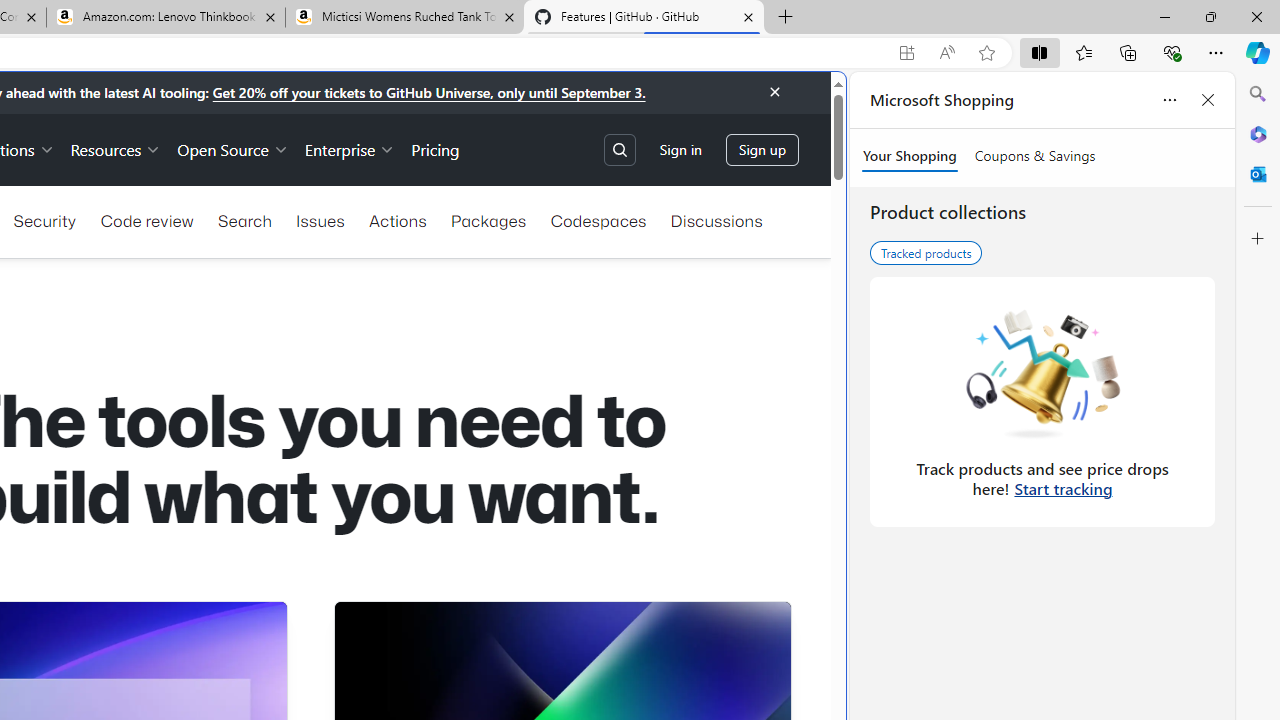  Describe the element at coordinates (716, 221) in the screenshot. I see `'Discussions'` at that location.